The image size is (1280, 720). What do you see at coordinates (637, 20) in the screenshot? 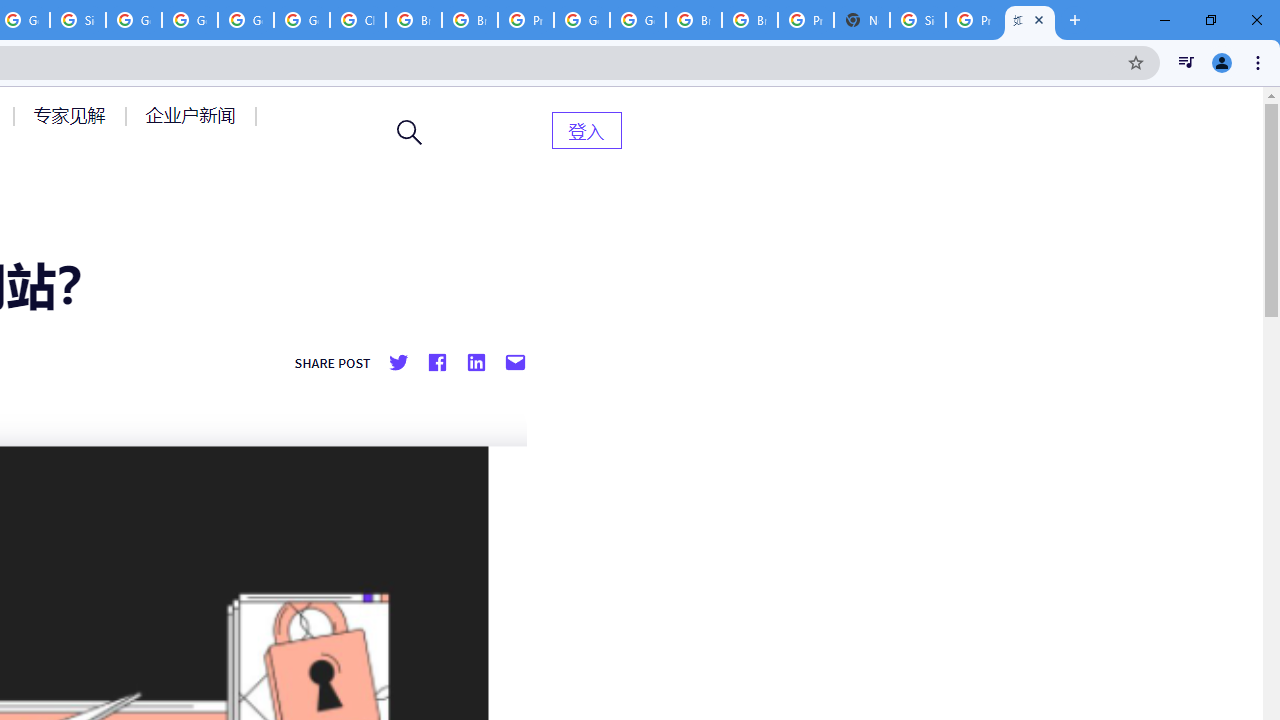
I see `'Google Cloud Platform'` at bounding box center [637, 20].